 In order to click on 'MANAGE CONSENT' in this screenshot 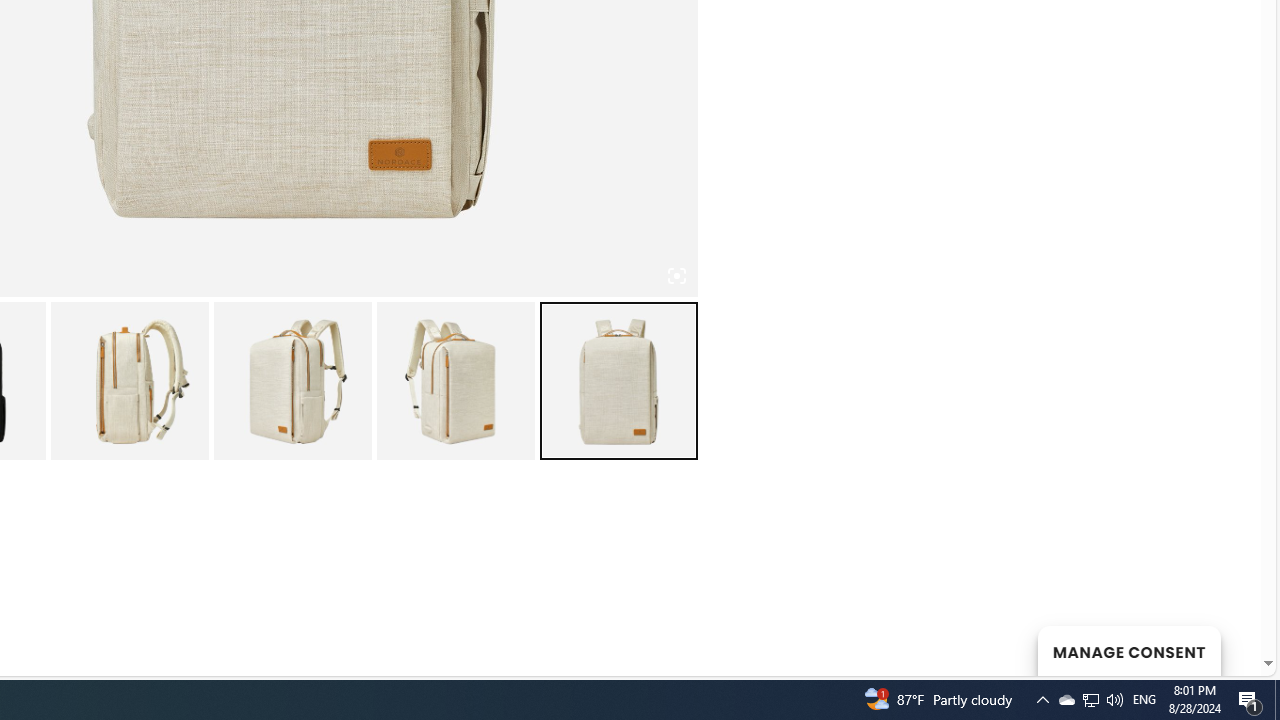, I will do `click(1128, 650)`.